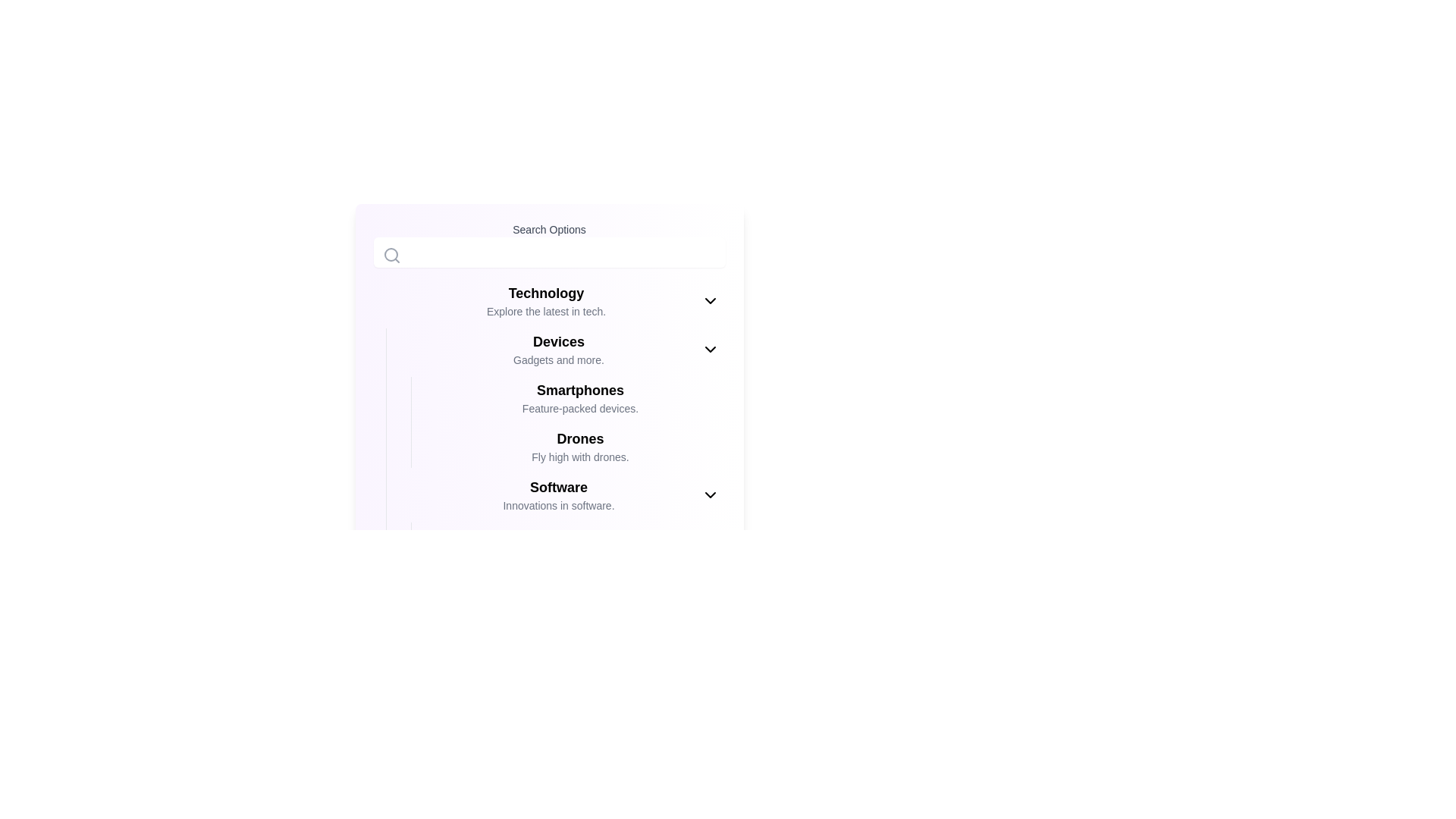  Describe the element at coordinates (558, 350) in the screenshot. I see `the 'Devices' text block which indicates a category related to 'Devices' with the description 'Gadgets and more.'` at that location.